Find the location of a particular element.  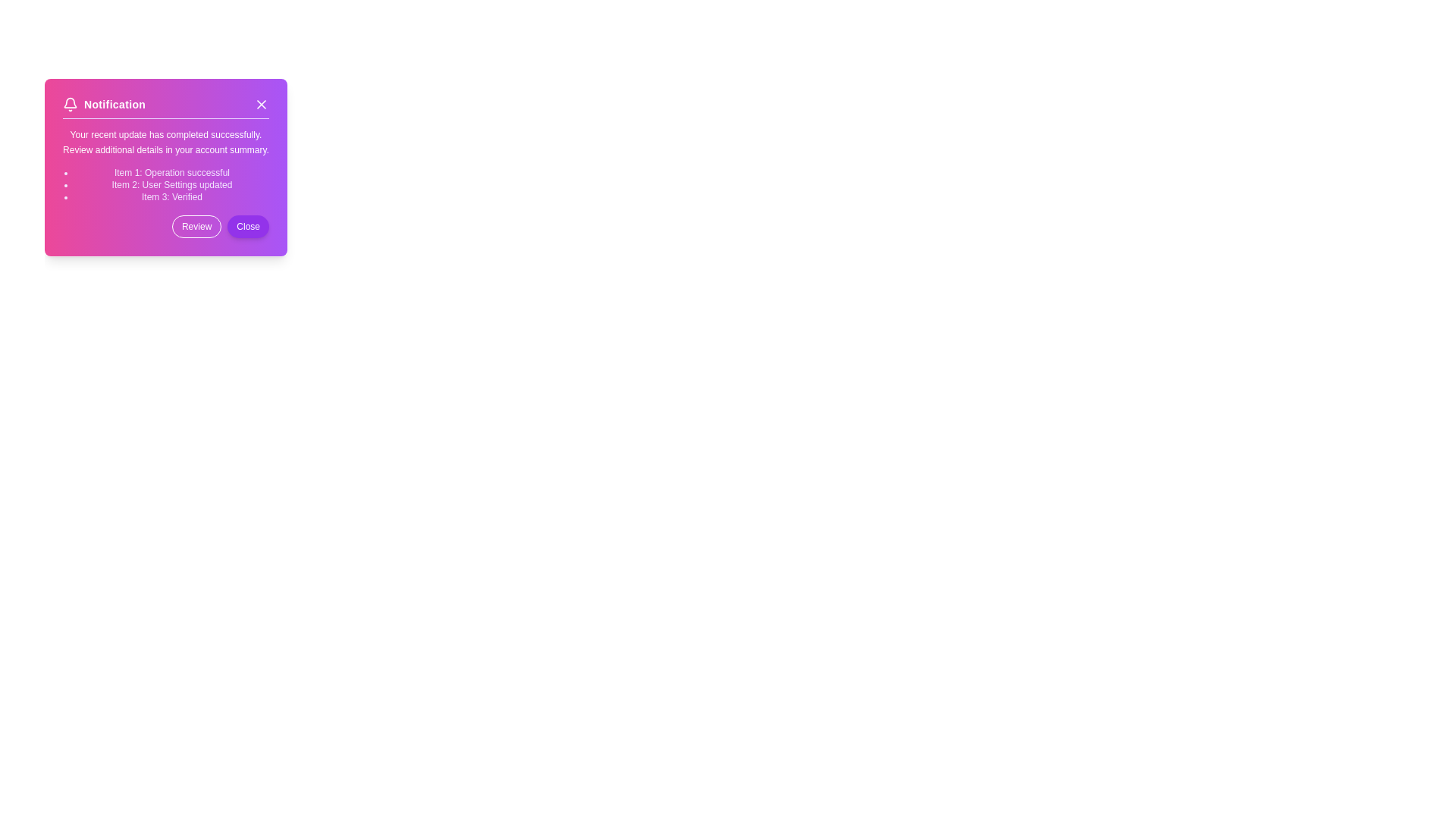

the Header Section of the notification panel, which indicates the function as 'Notification' is located at coordinates (103, 104).